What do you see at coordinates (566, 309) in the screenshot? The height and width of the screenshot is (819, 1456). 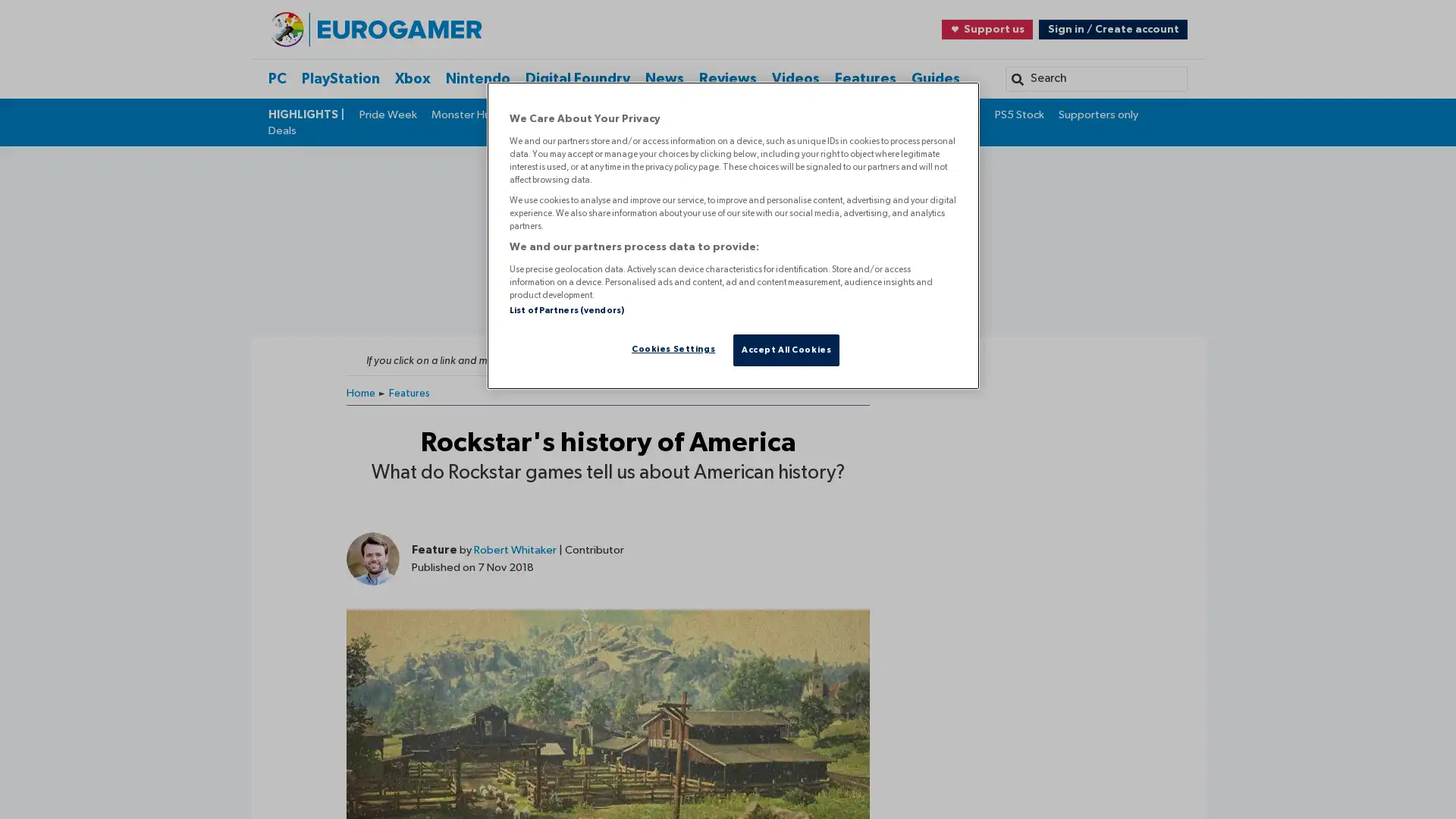 I see `List of Partners (vendors)` at bounding box center [566, 309].